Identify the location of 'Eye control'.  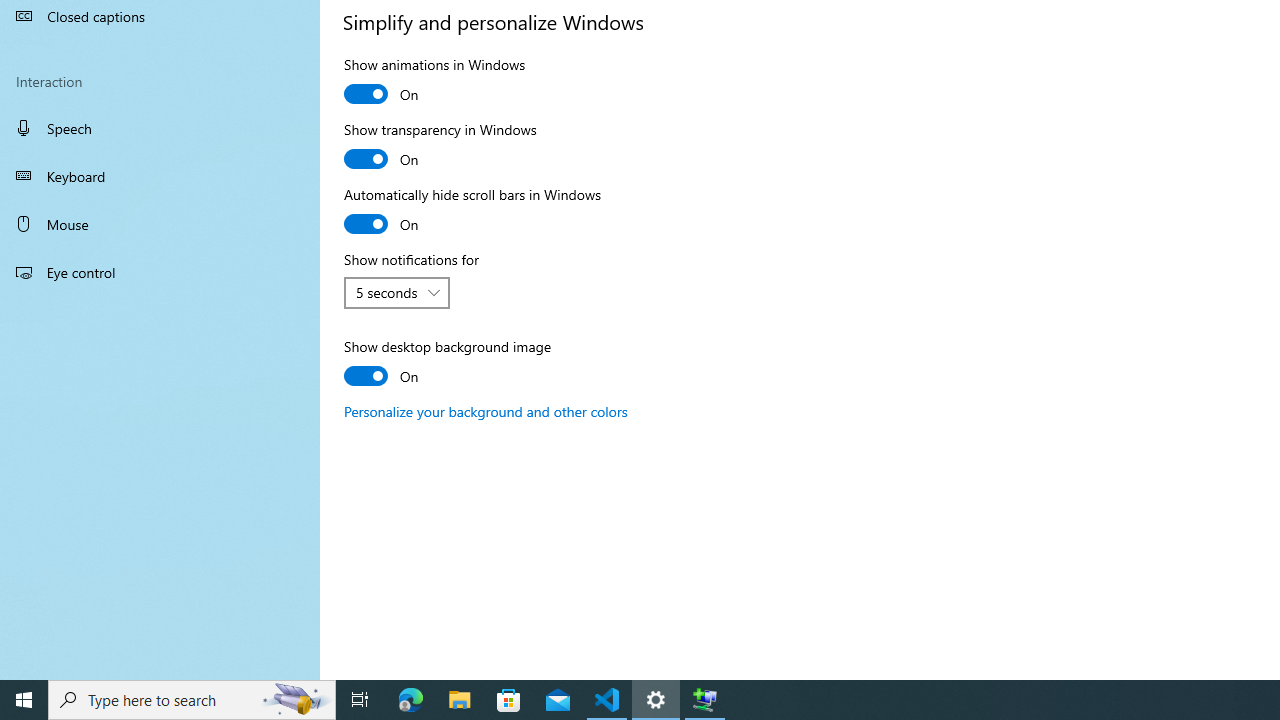
(160, 271).